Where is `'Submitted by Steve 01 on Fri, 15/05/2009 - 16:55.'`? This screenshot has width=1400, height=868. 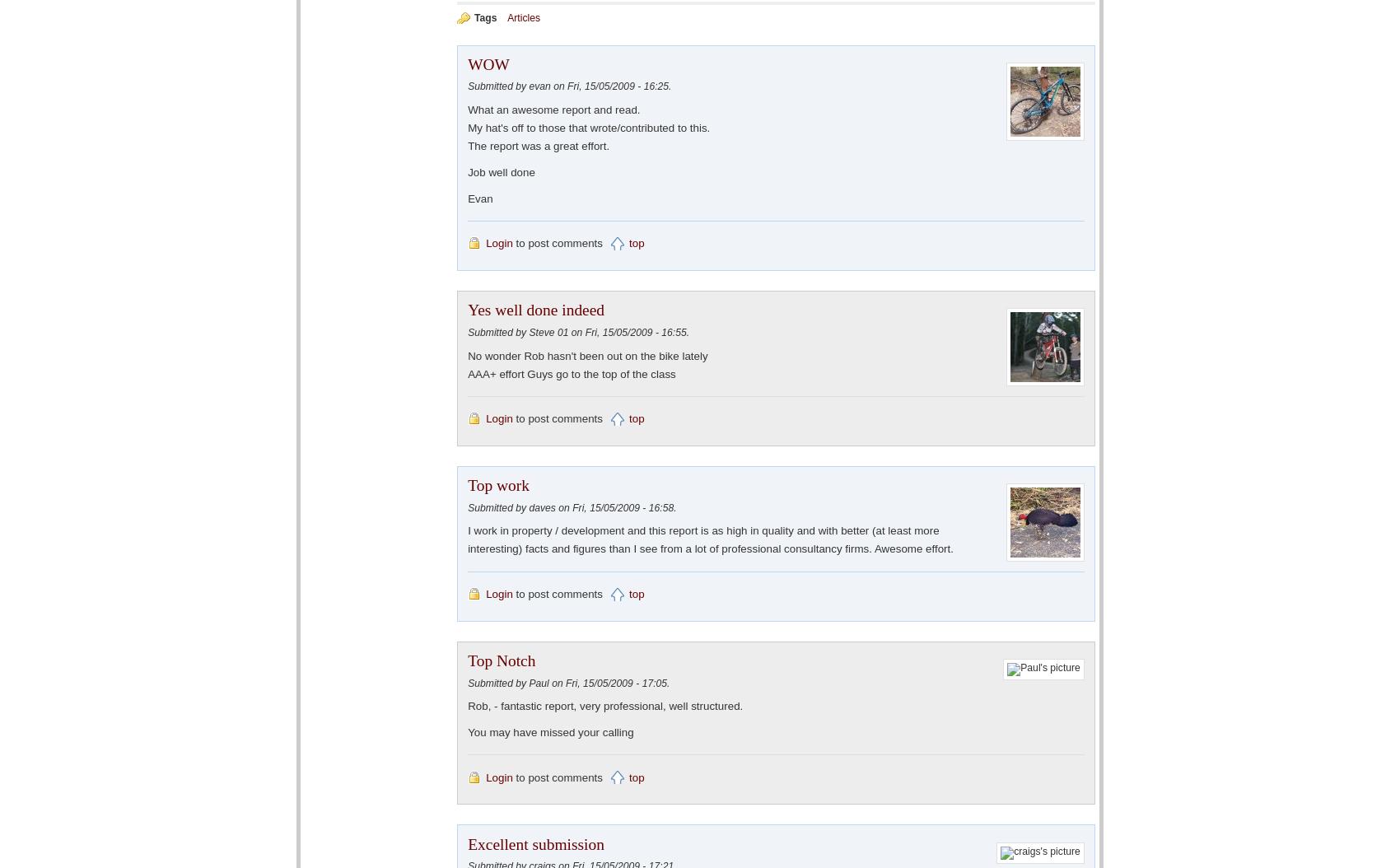
'Submitted by Steve 01 on Fri, 15/05/2009 - 16:55.' is located at coordinates (578, 331).